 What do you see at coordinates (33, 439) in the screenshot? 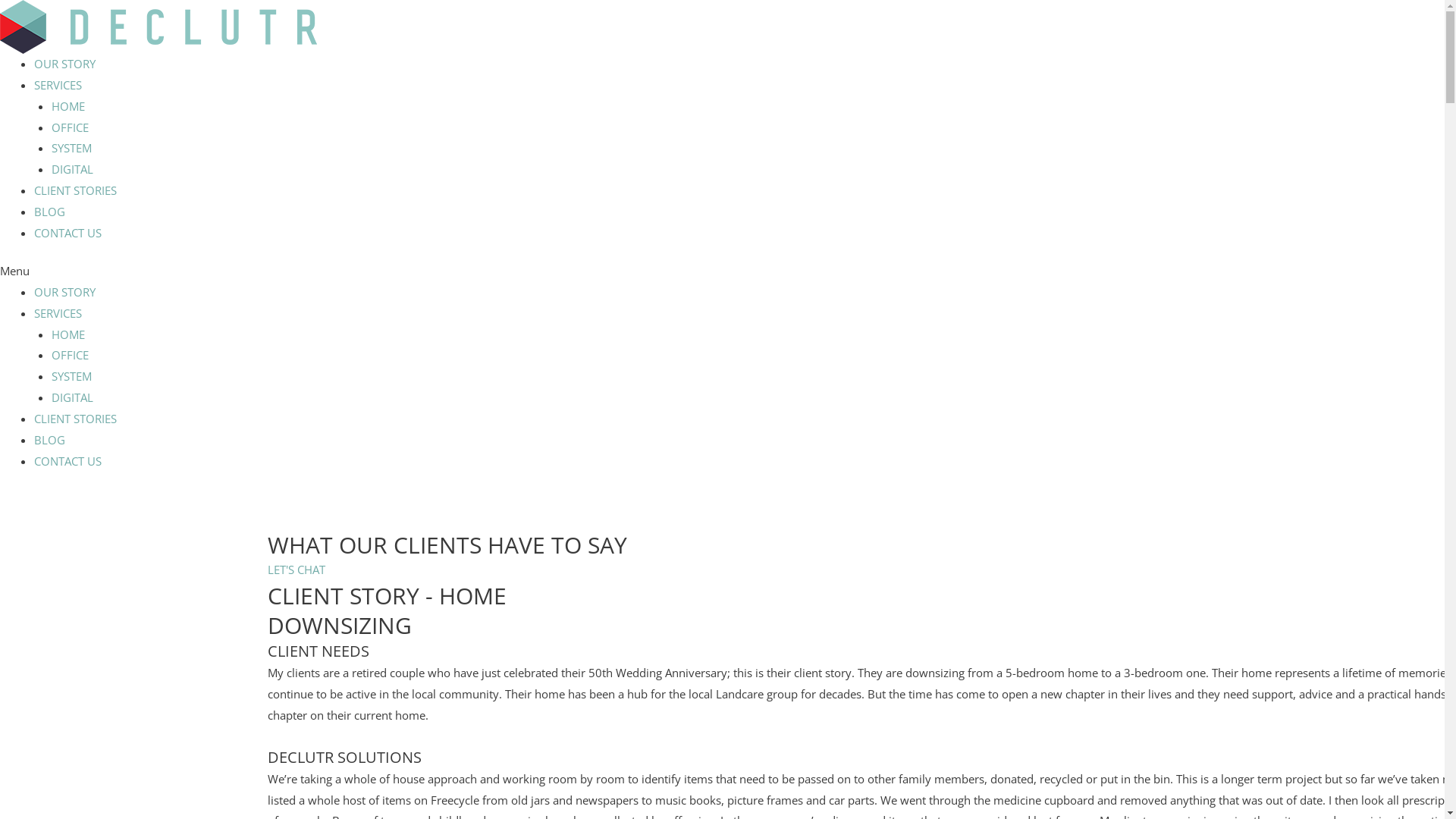
I see `'BLOG'` at bounding box center [33, 439].